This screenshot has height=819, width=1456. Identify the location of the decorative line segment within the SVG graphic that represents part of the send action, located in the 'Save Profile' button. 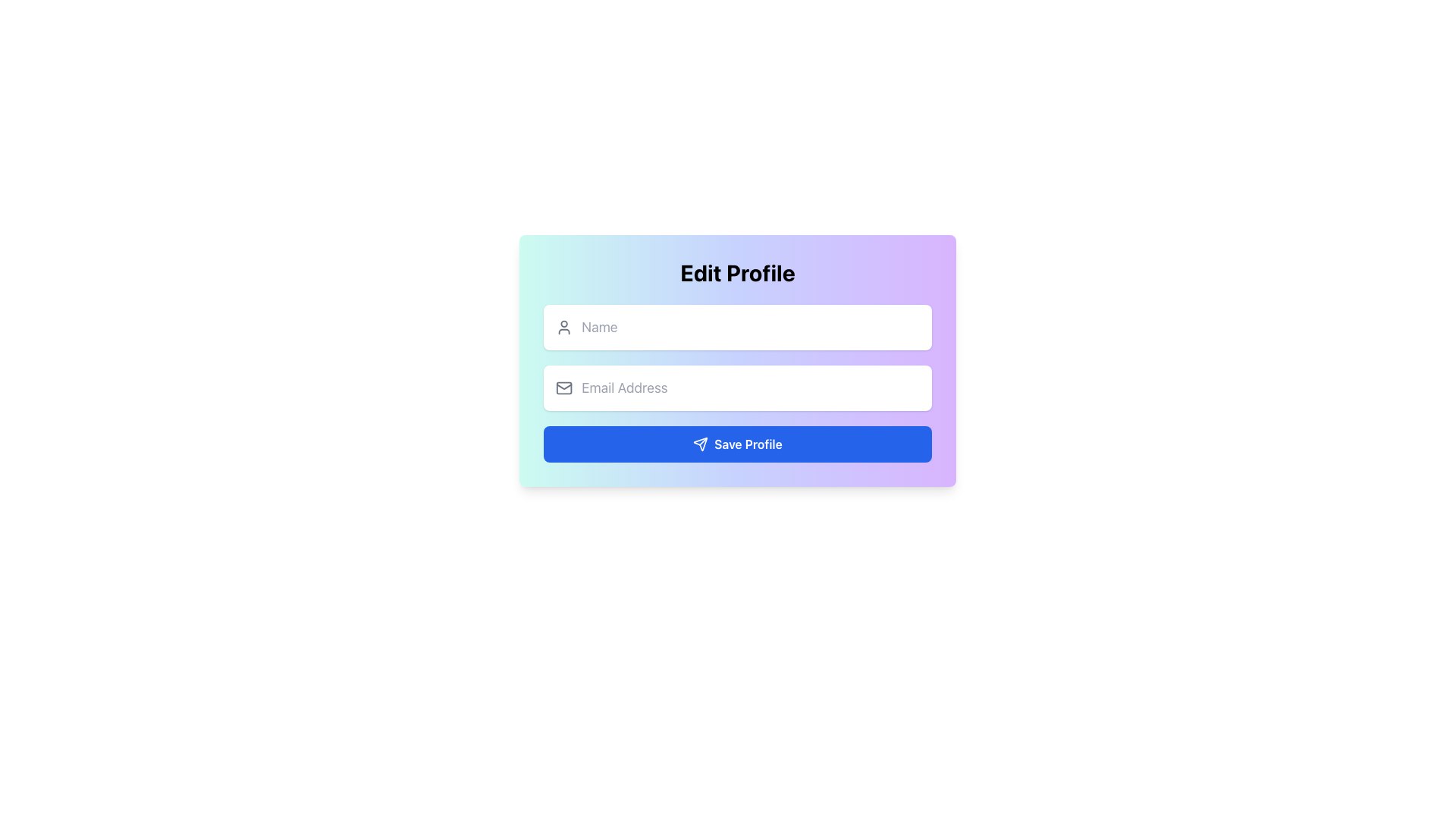
(702, 441).